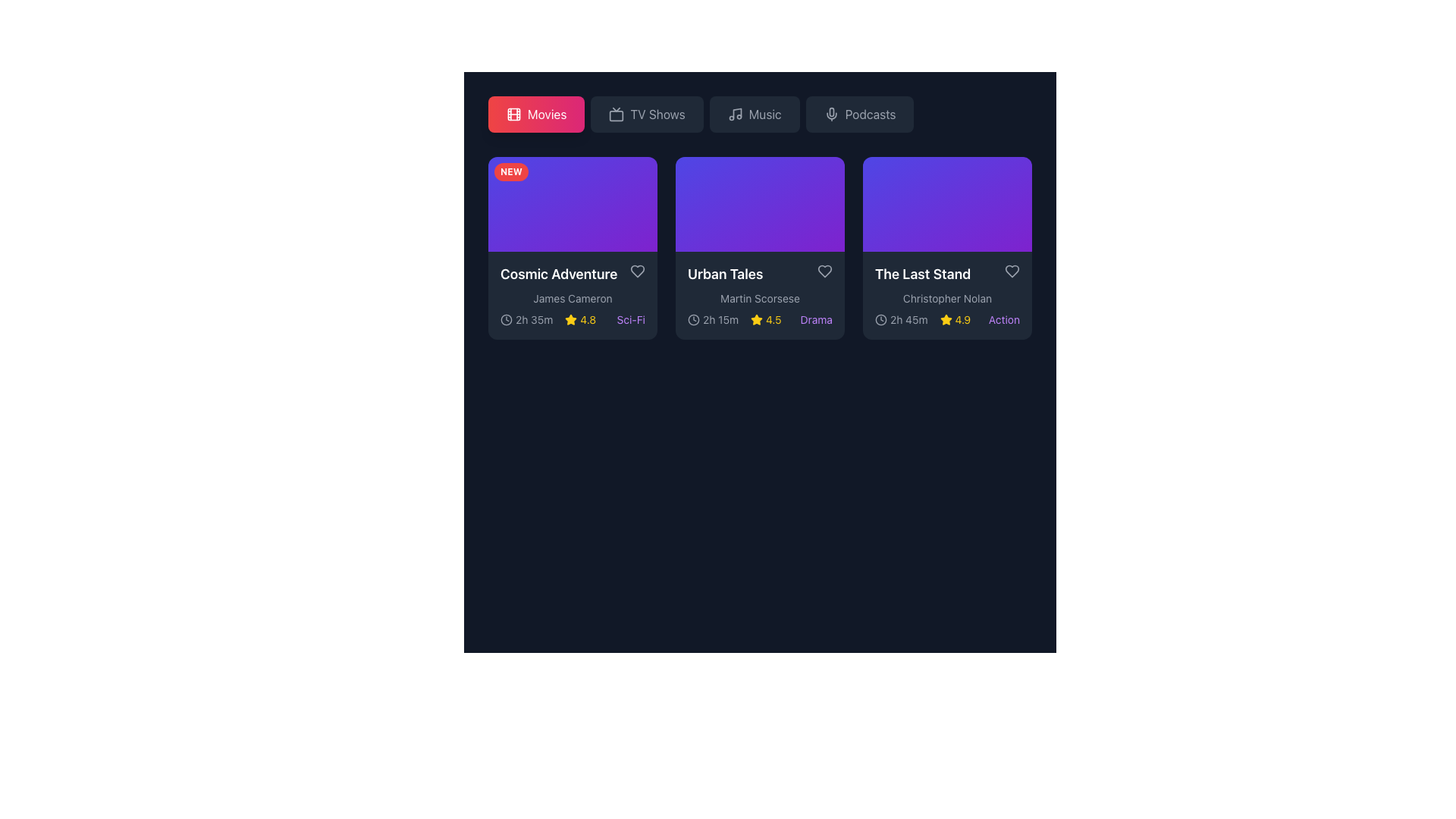 The width and height of the screenshot is (1456, 819). Describe the element at coordinates (757, 319) in the screenshot. I see `the yellow star icon representing a rating symbol located to the left of the rating score text '4.5' in the second movie card titled 'Urban Tales'` at that location.